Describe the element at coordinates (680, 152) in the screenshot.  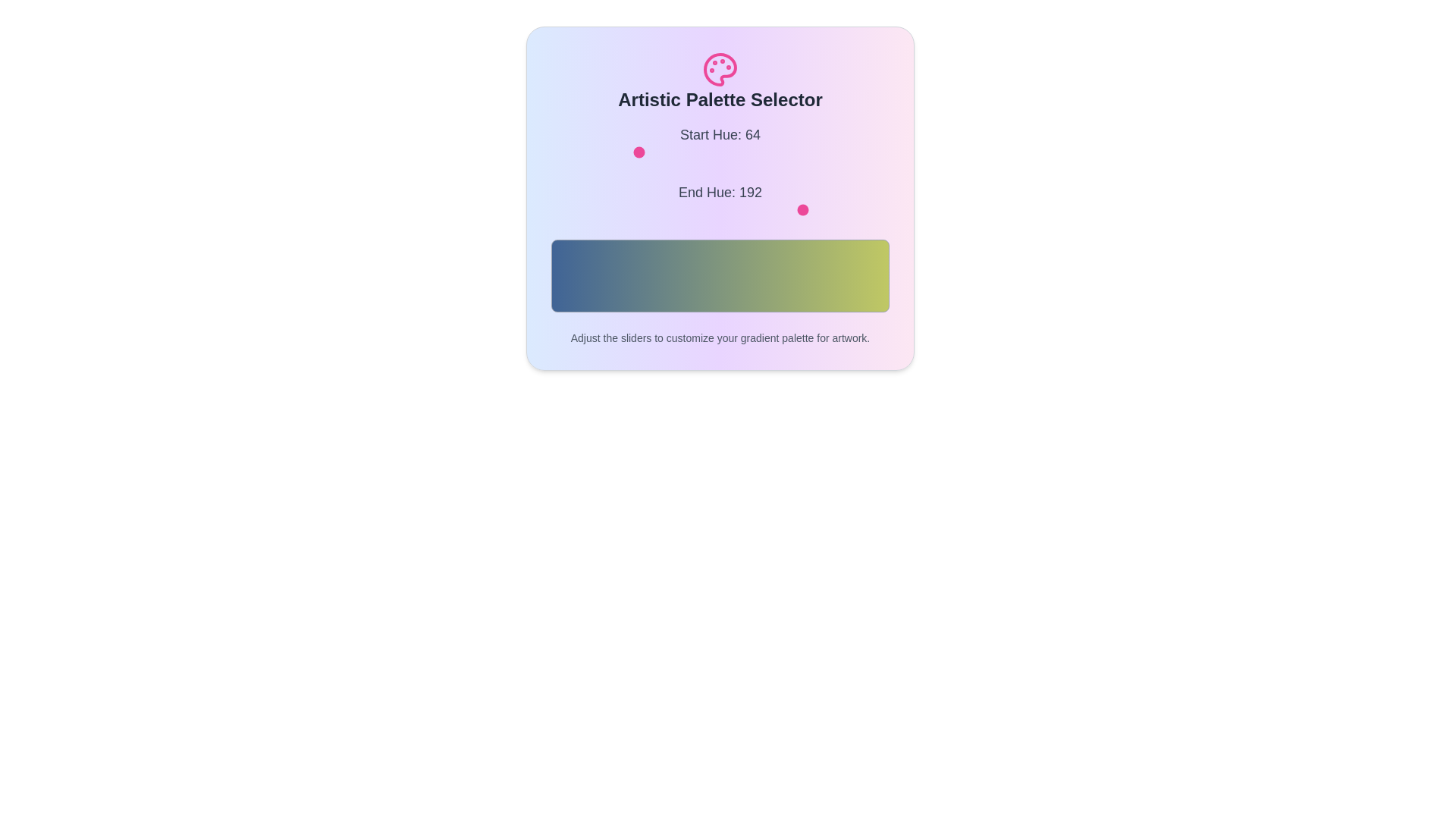
I see `the hue slider to set the hue value to 98` at that location.